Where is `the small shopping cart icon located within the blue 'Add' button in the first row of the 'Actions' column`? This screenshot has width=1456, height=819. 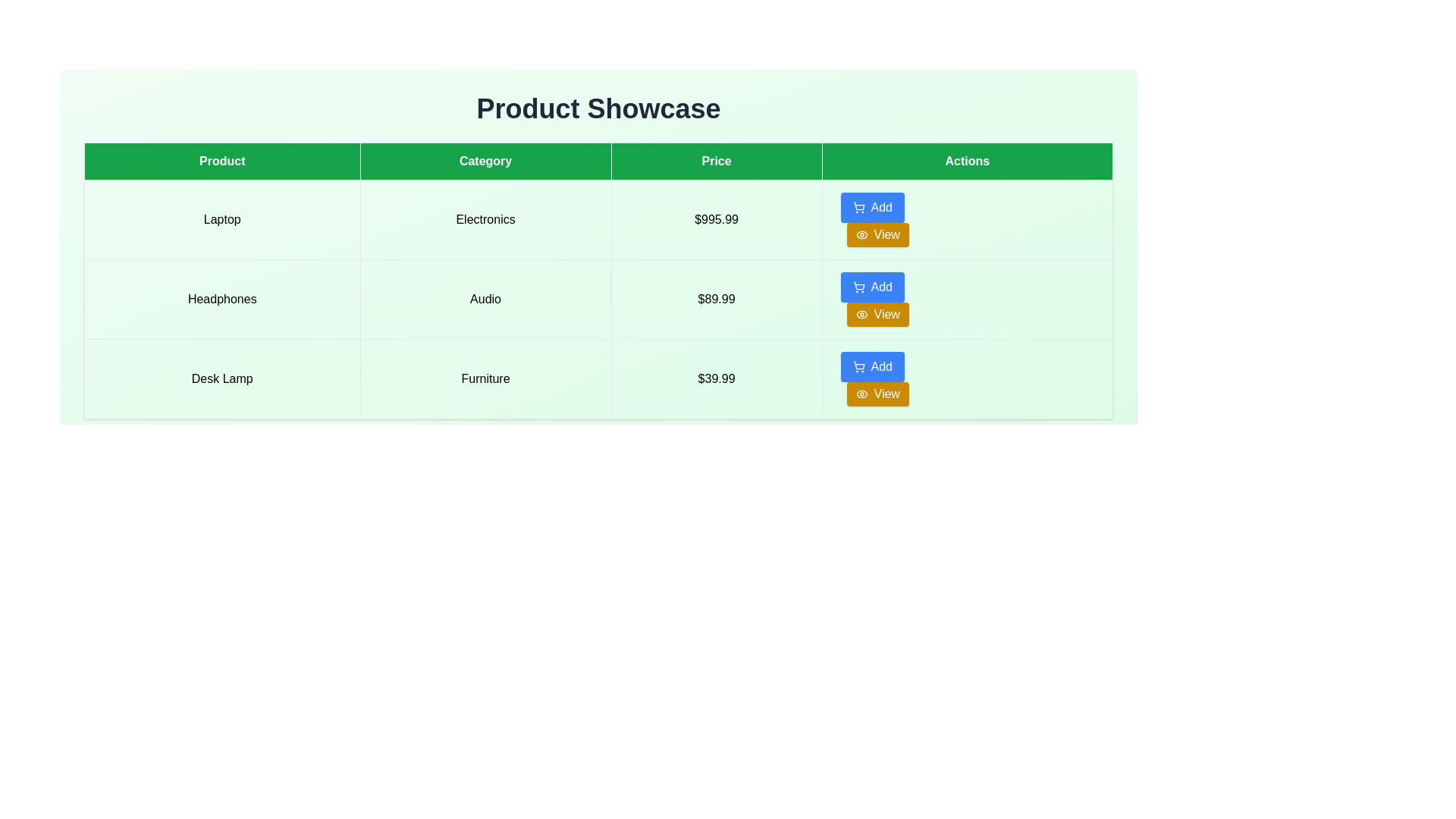 the small shopping cart icon located within the blue 'Add' button in the first row of the 'Actions' column is located at coordinates (858, 207).